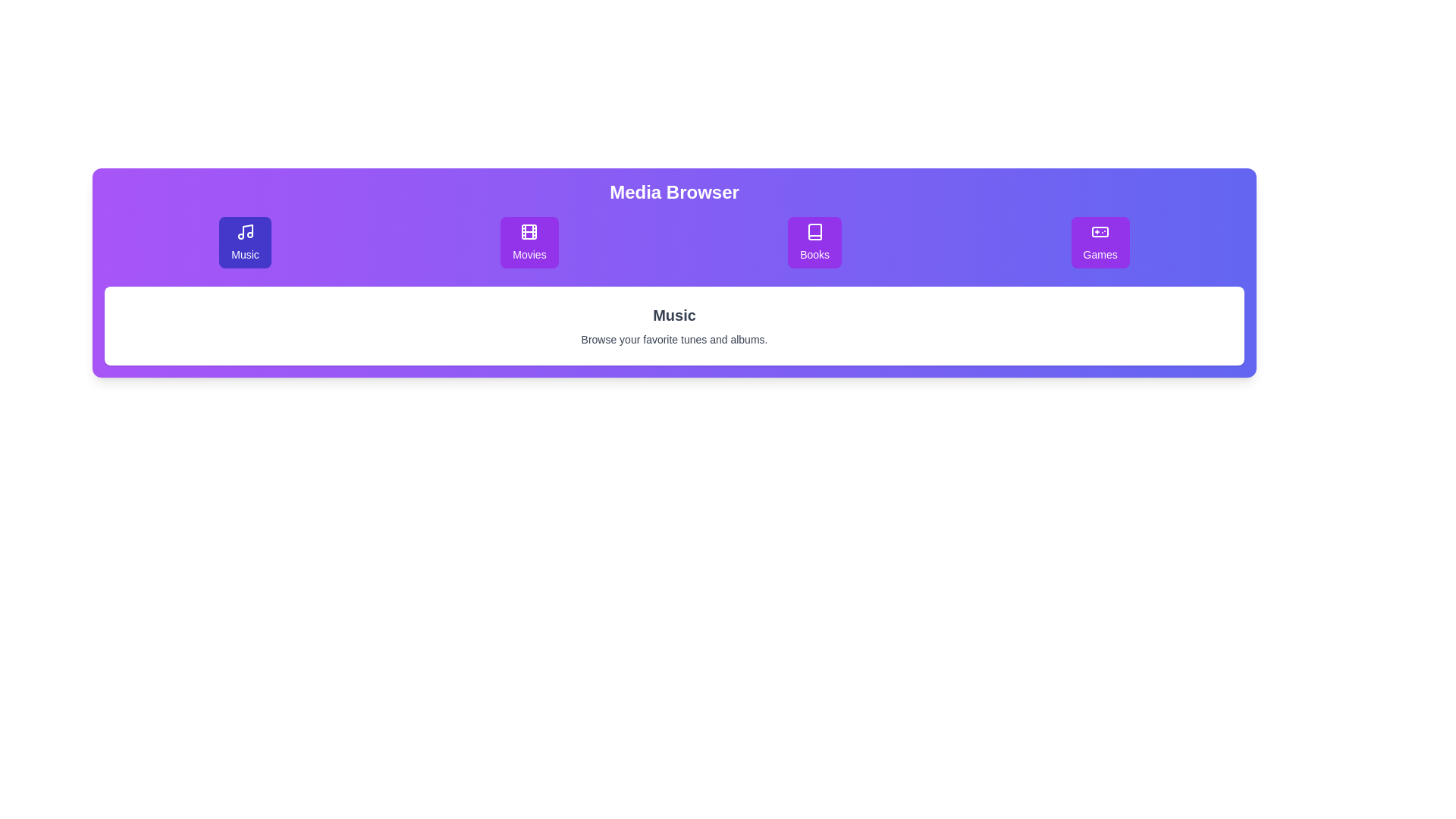 Image resolution: width=1456 pixels, height=819 pixels. What do you see at coordinates (245, 242) in the screenshot?
I see `the 'Music' category button, which is the first button in a horizontal row of four buttons` at bounding box center [245, 242].